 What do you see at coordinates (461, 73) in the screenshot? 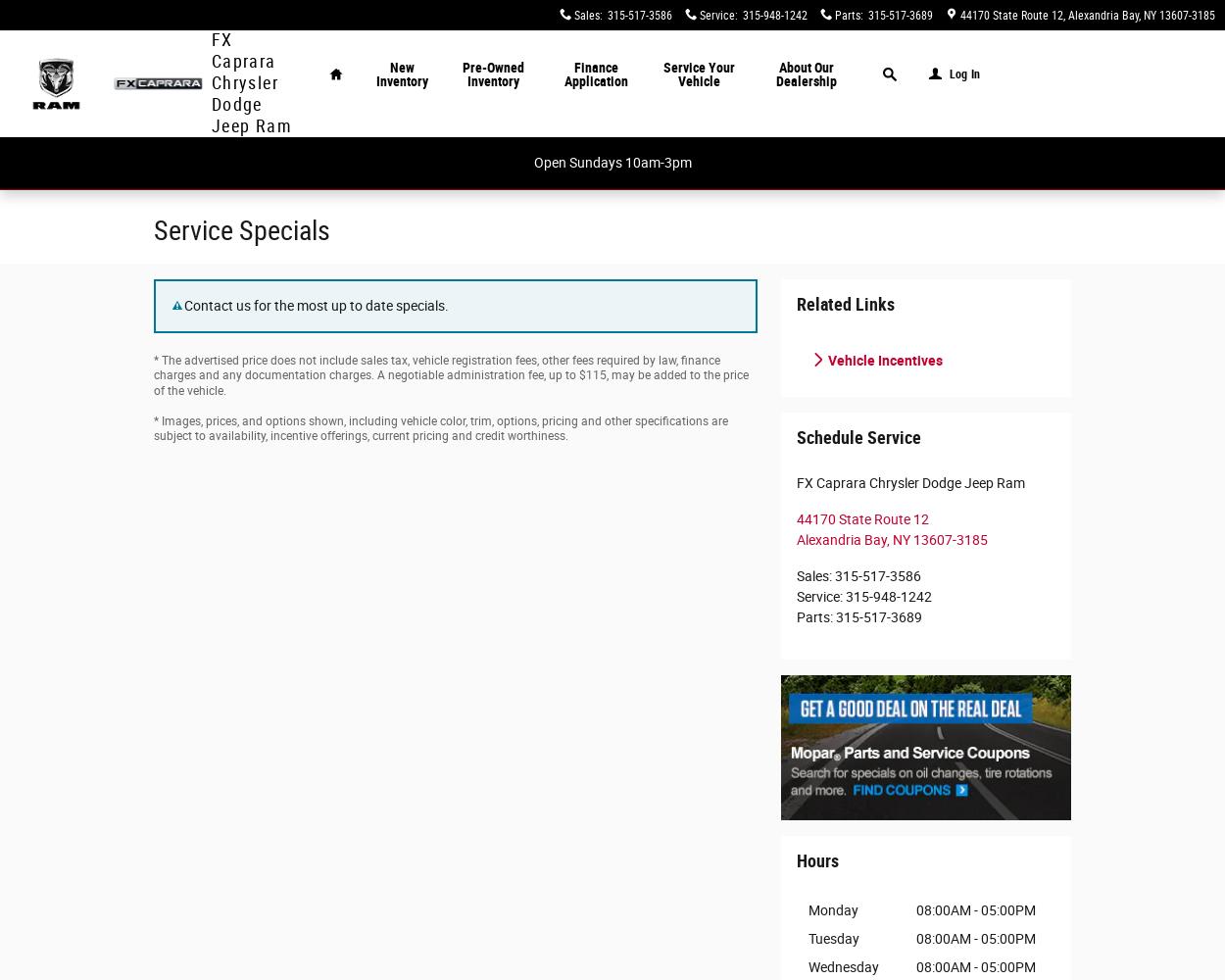
I see `'Pre-Owned Inventory'` at bounding box center [461, 73].